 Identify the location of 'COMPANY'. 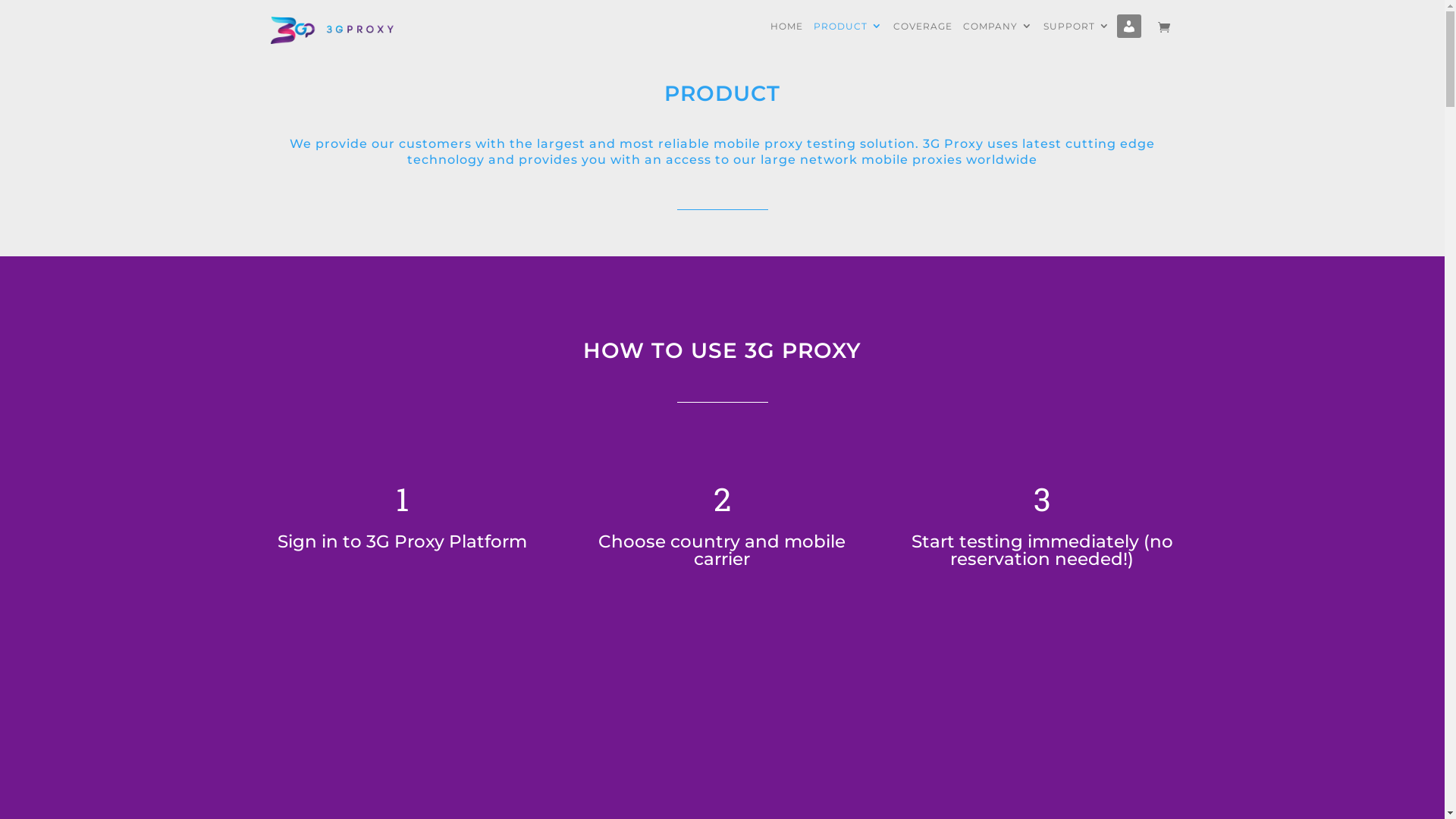
(997, 36).